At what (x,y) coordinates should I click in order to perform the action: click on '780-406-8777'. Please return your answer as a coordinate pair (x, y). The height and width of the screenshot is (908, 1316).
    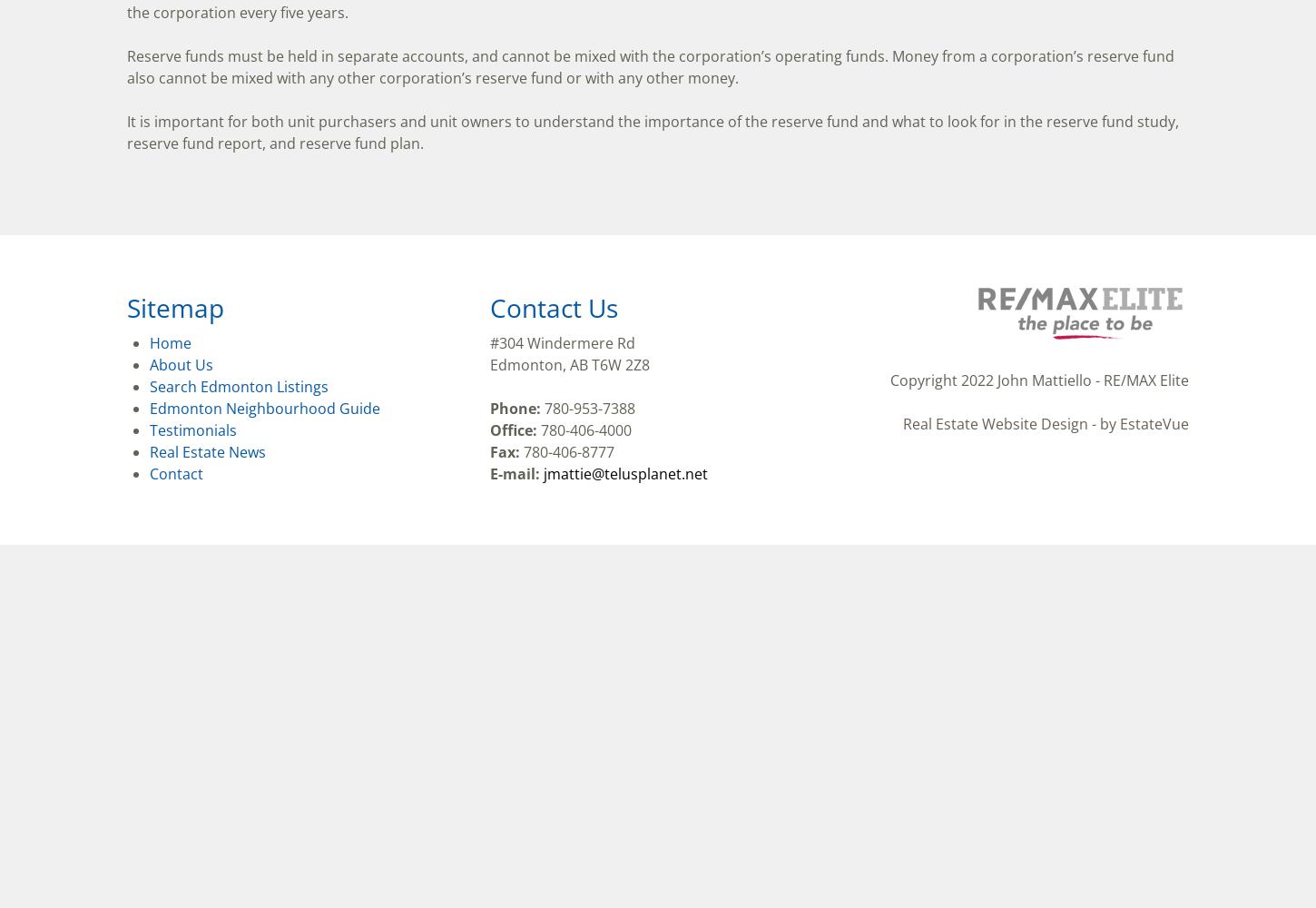
    Looking at the image, I should click on (565, 451).